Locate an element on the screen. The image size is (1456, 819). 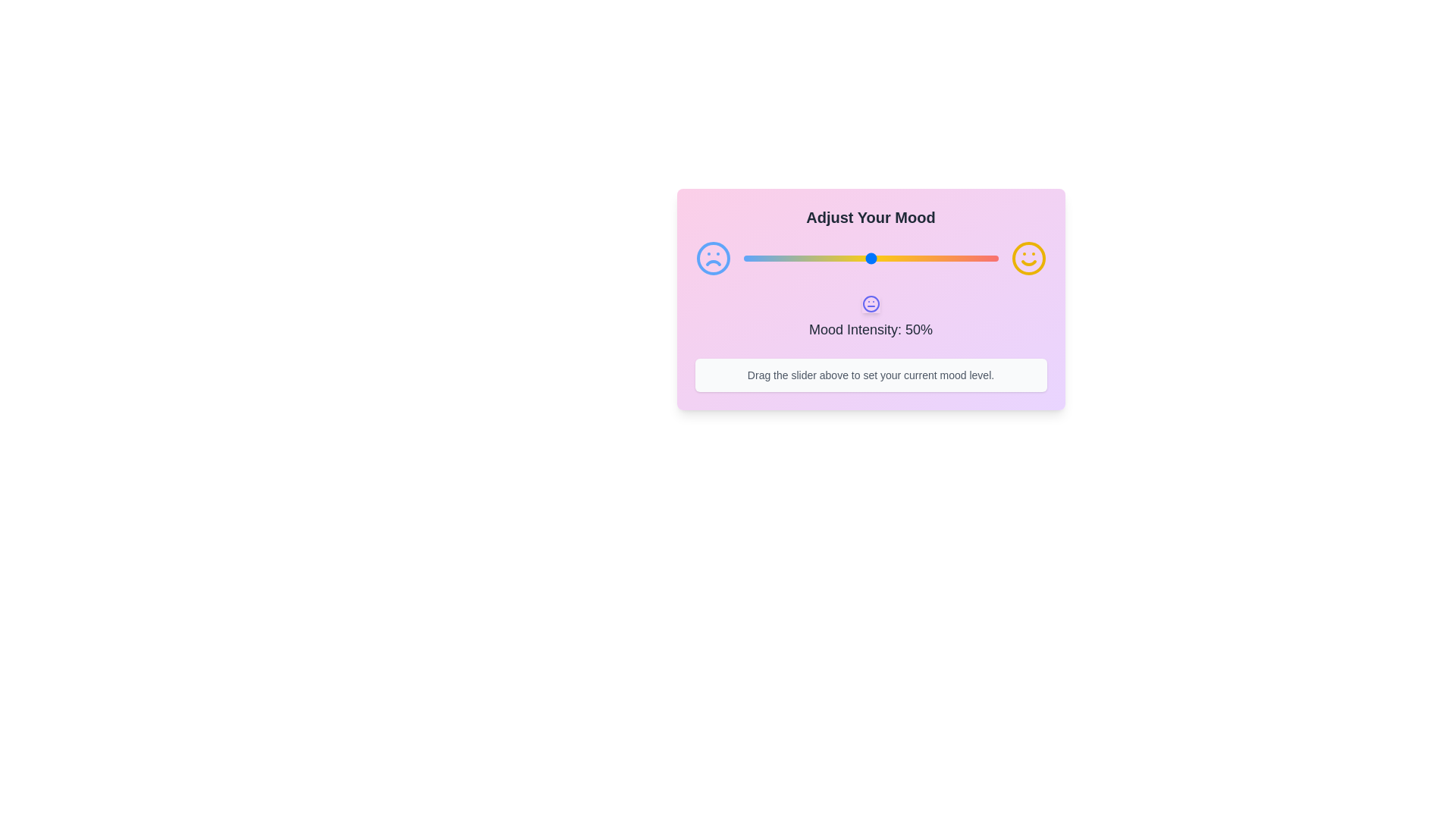
the mood intensity to 5% by dragging the slider is located at coordinates (756, 257).